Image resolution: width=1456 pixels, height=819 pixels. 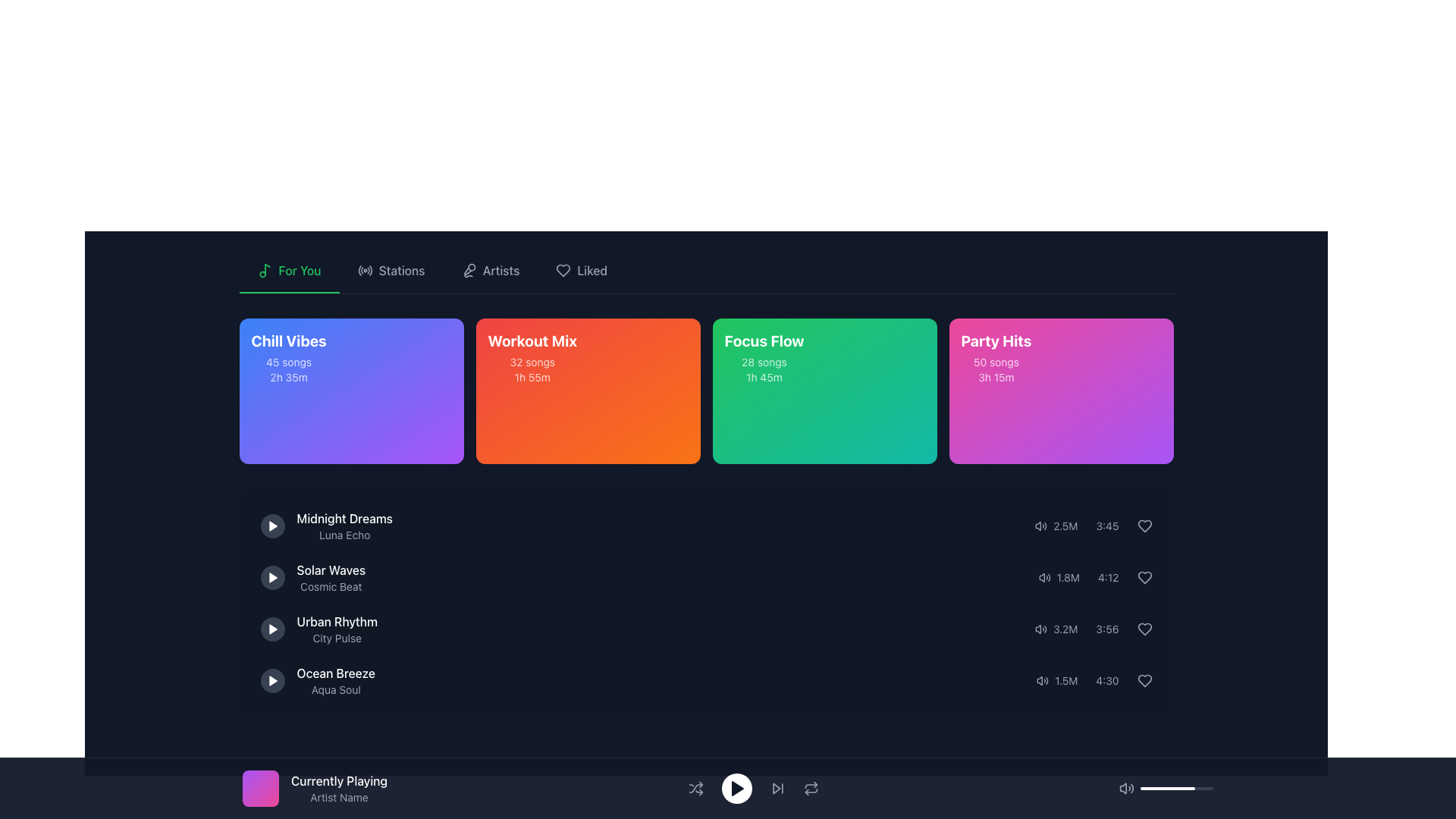 What do you see at coordinates (764, 357) in the screenshot?
I see `the 'Focus Flow' playlist text block, which displays three lines of text on a green background, including '28 songs' and '1h 45m.'` at bounding box center [764, 357].